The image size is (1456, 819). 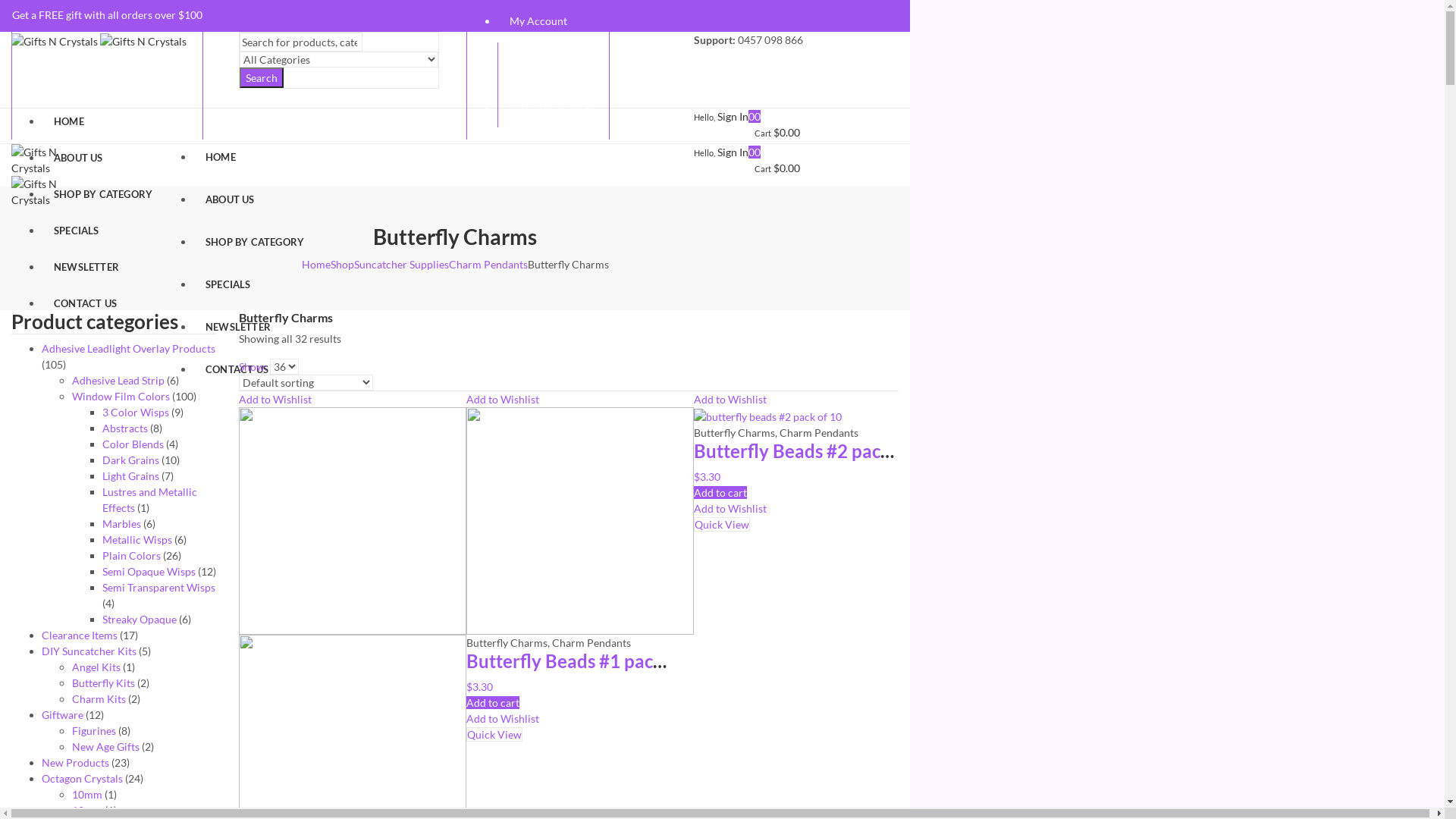 What do you see at coordinates (61, 714) in the screenshot?
I see `'Giftware'` at bounding box center [61, 714].